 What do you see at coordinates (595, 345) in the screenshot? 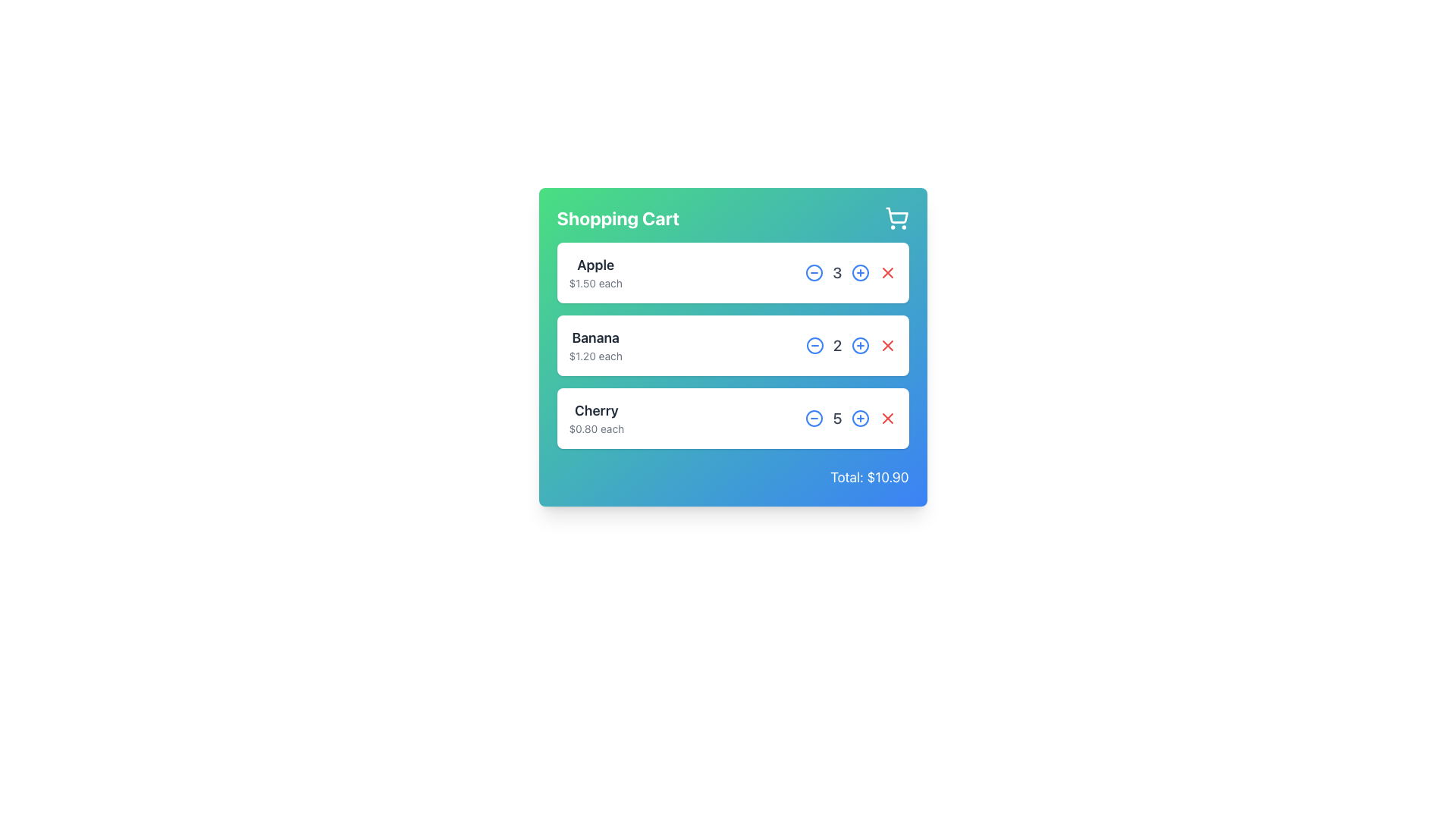
I see `the Text Display element that shows 'Banana' and '$1.20 each', positioned in the shopping cart interface between 'Apple' and 'Cherry'` at bounding box center [595, 345].